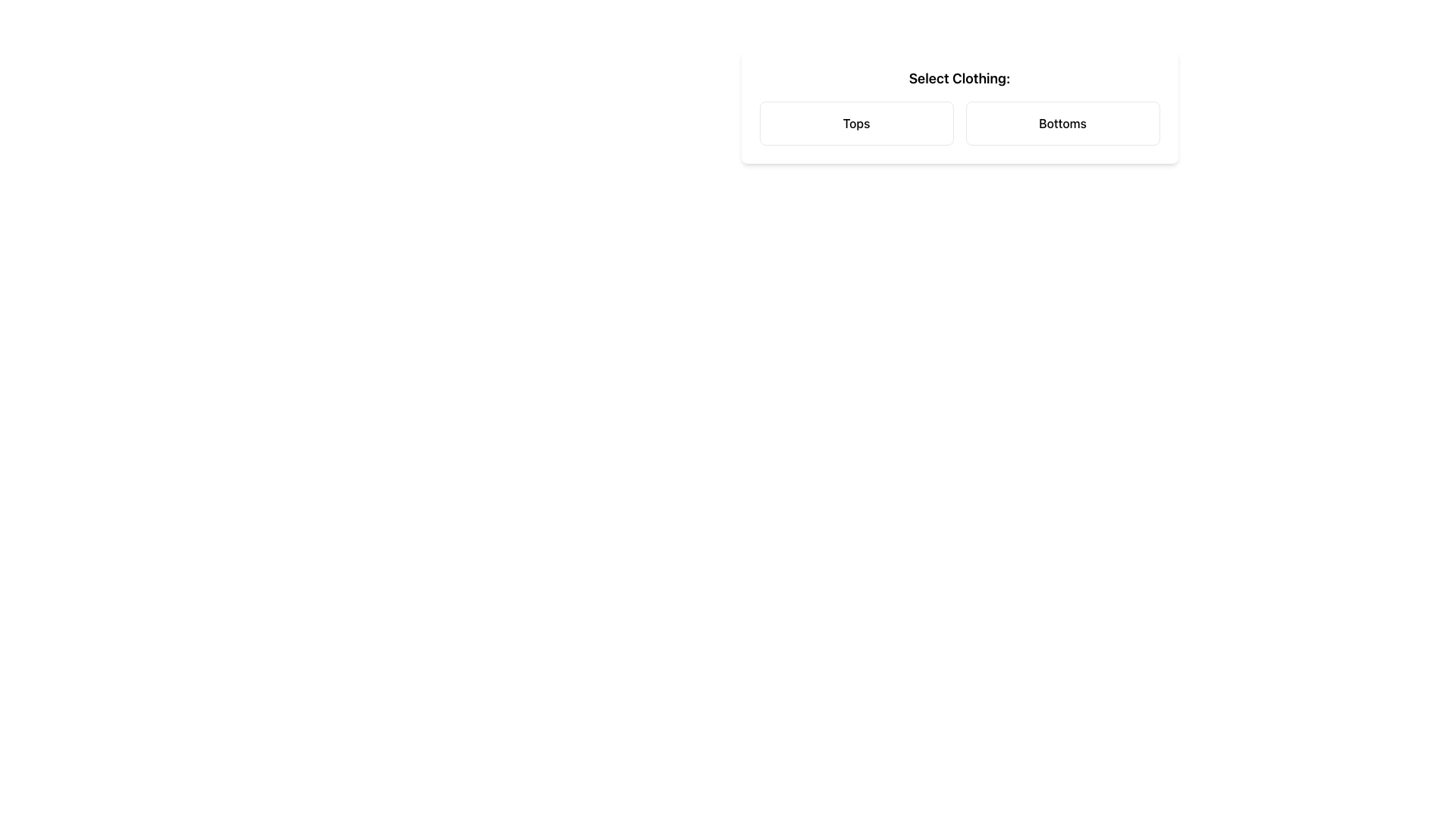 The image size is (1456, 819). I want to click on the 'Tops' category selection button located to the left, so click(856, 122).